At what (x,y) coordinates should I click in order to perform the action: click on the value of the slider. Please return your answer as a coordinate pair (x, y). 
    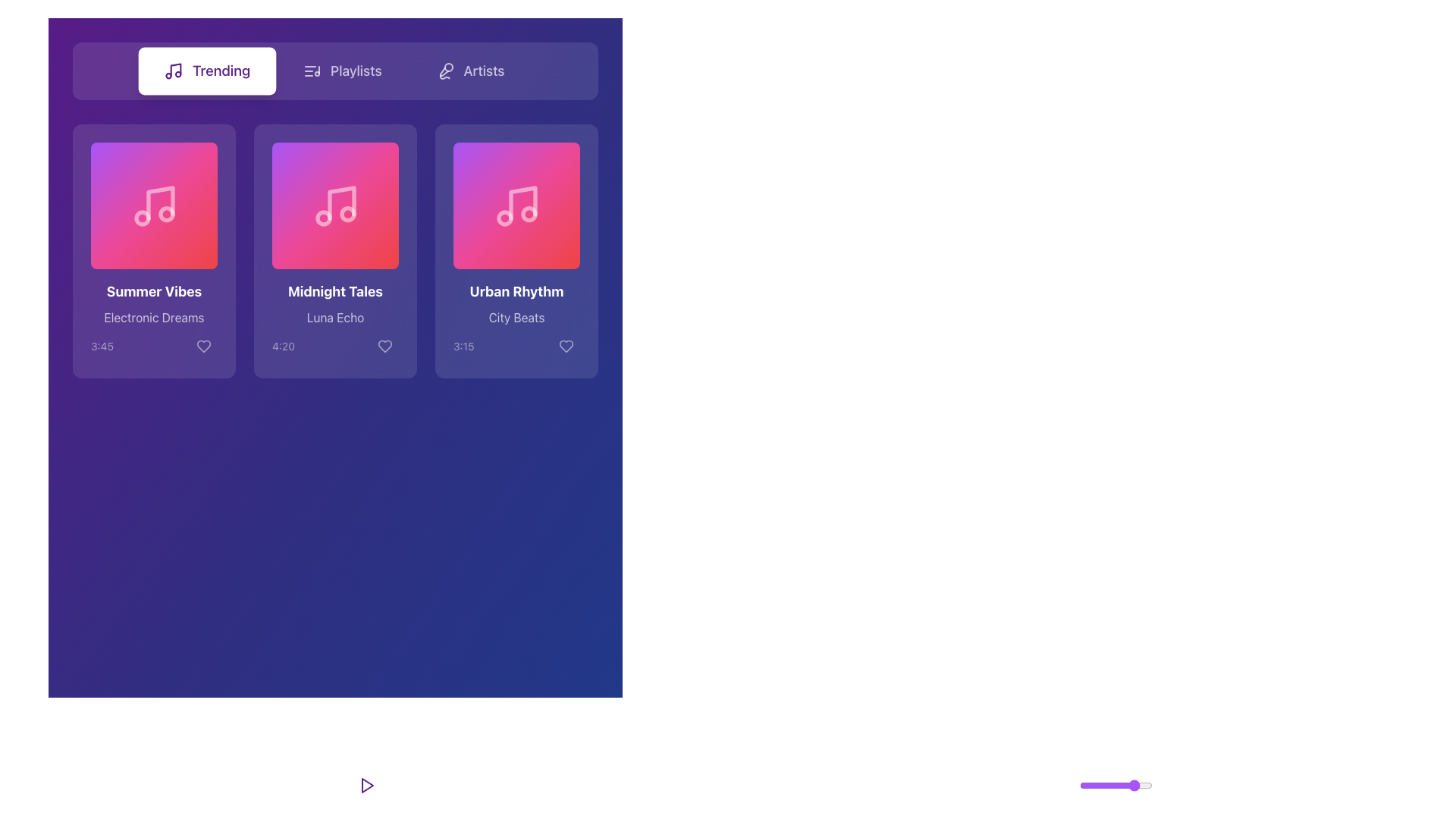
    Looking at the image, I should click on (1143, 785).